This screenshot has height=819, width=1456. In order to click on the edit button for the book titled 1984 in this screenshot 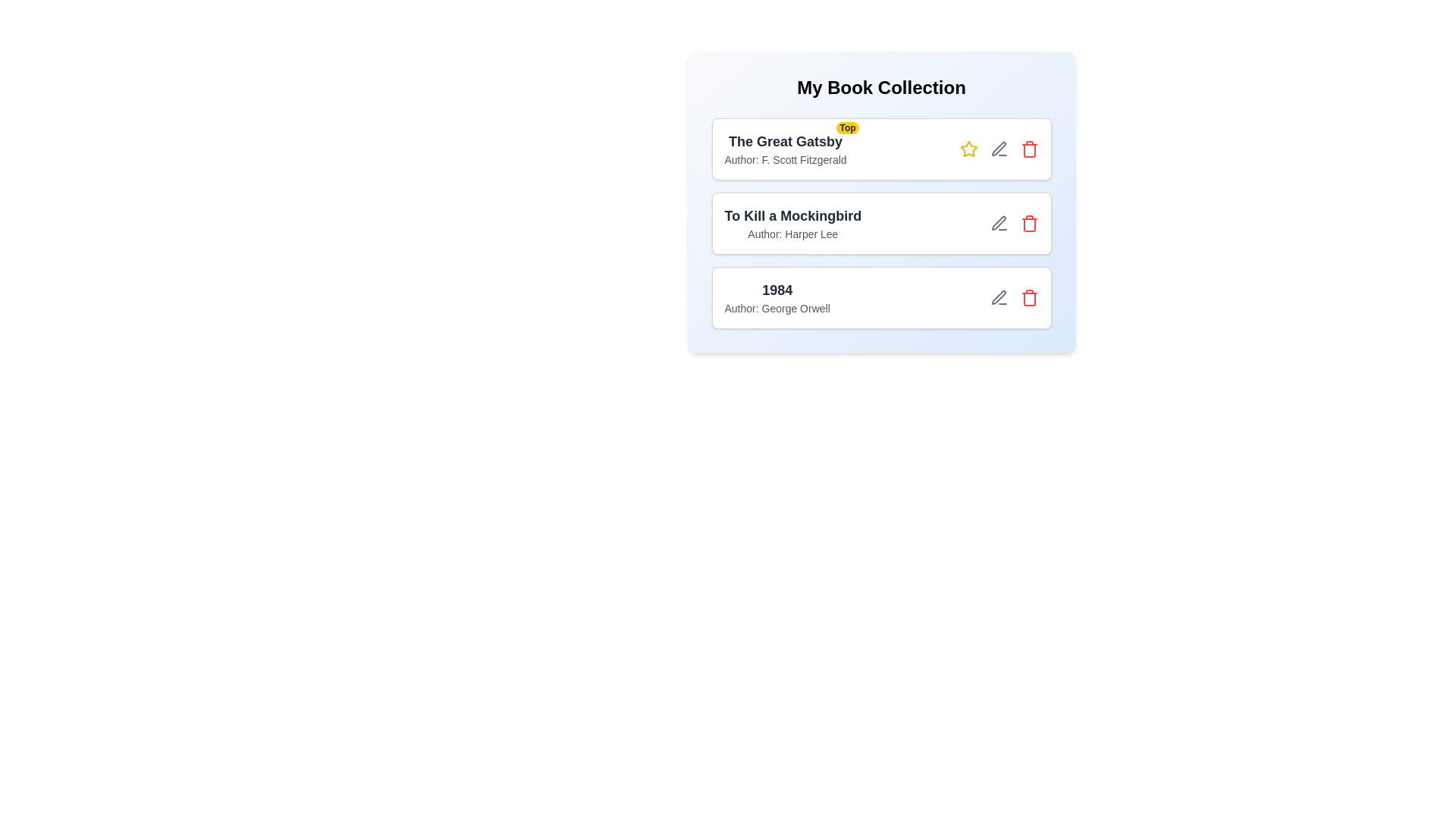, I will do `click(999, 298)`.